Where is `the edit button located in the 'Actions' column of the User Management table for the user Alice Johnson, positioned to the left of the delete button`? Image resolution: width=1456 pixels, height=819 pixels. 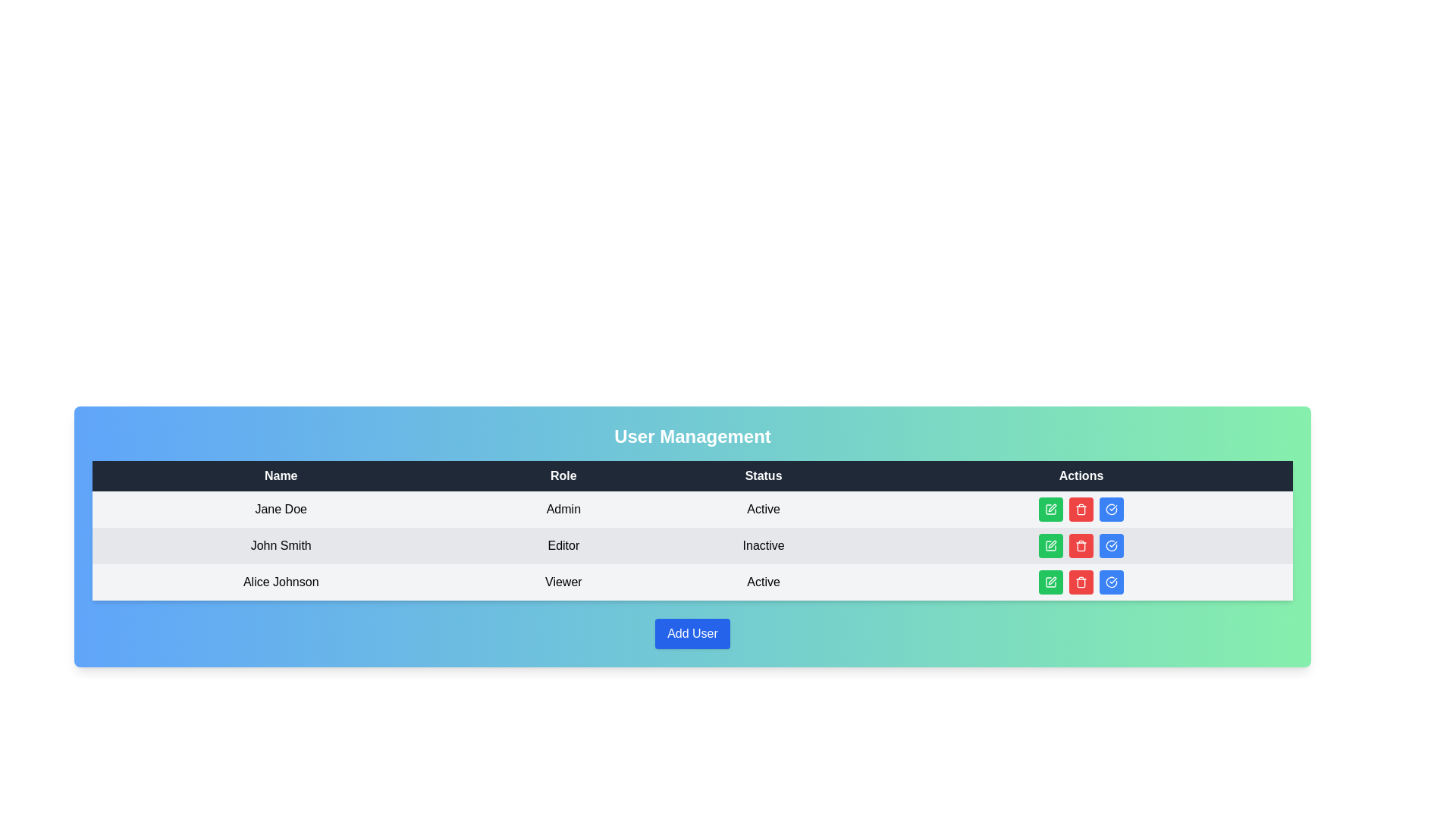
the edit button located in the 'Actions' column of the User Management table for the user Alice Johnson, positioned to the left of the delete button is located at coordinates (1050, 581).